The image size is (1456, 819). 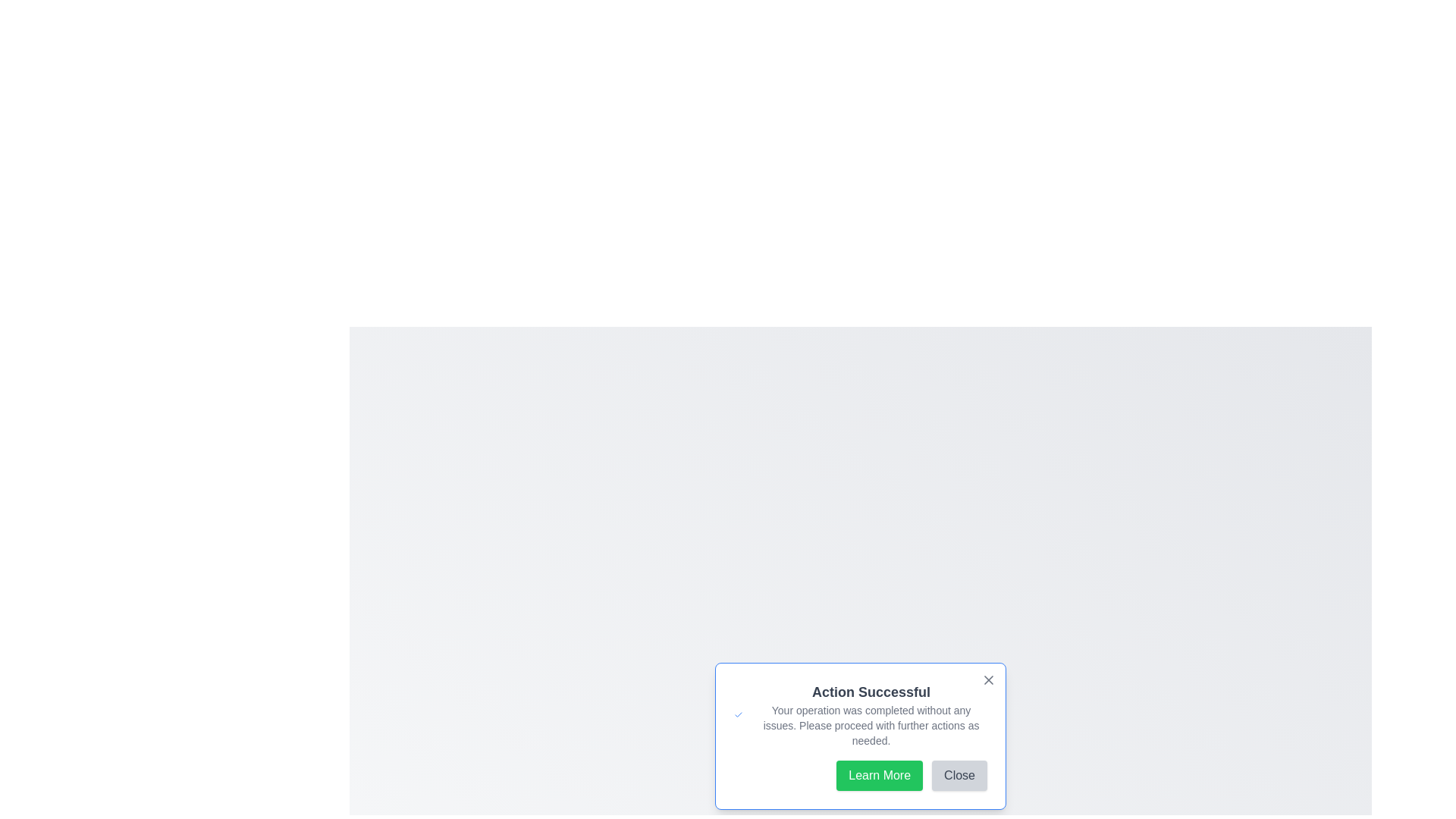 What do you see at coordinates (989, 679) in the screenshot?
I see `the 'X' button at the top-right corner of the alert to close it` at bounding box center [989, 679].